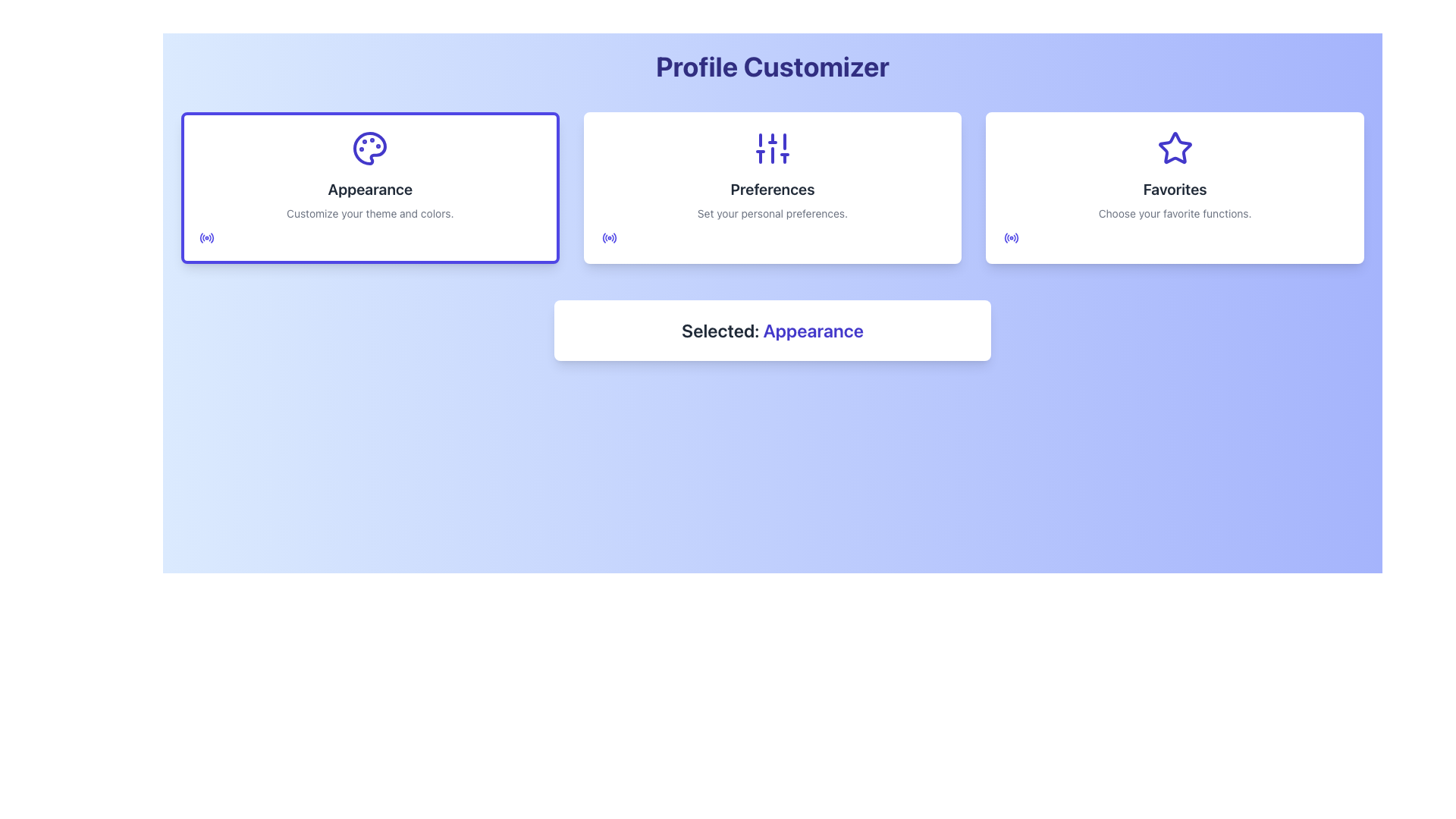 The image size is (1456, 819). What do you see at coordinates (1174, 213) in the screenshot?
I see `informative text label located in the 'Favorites' section, positioned beneath the title 'Favorites' and above a decorative icon styled in indigo` at bounding box center [1174, 213].